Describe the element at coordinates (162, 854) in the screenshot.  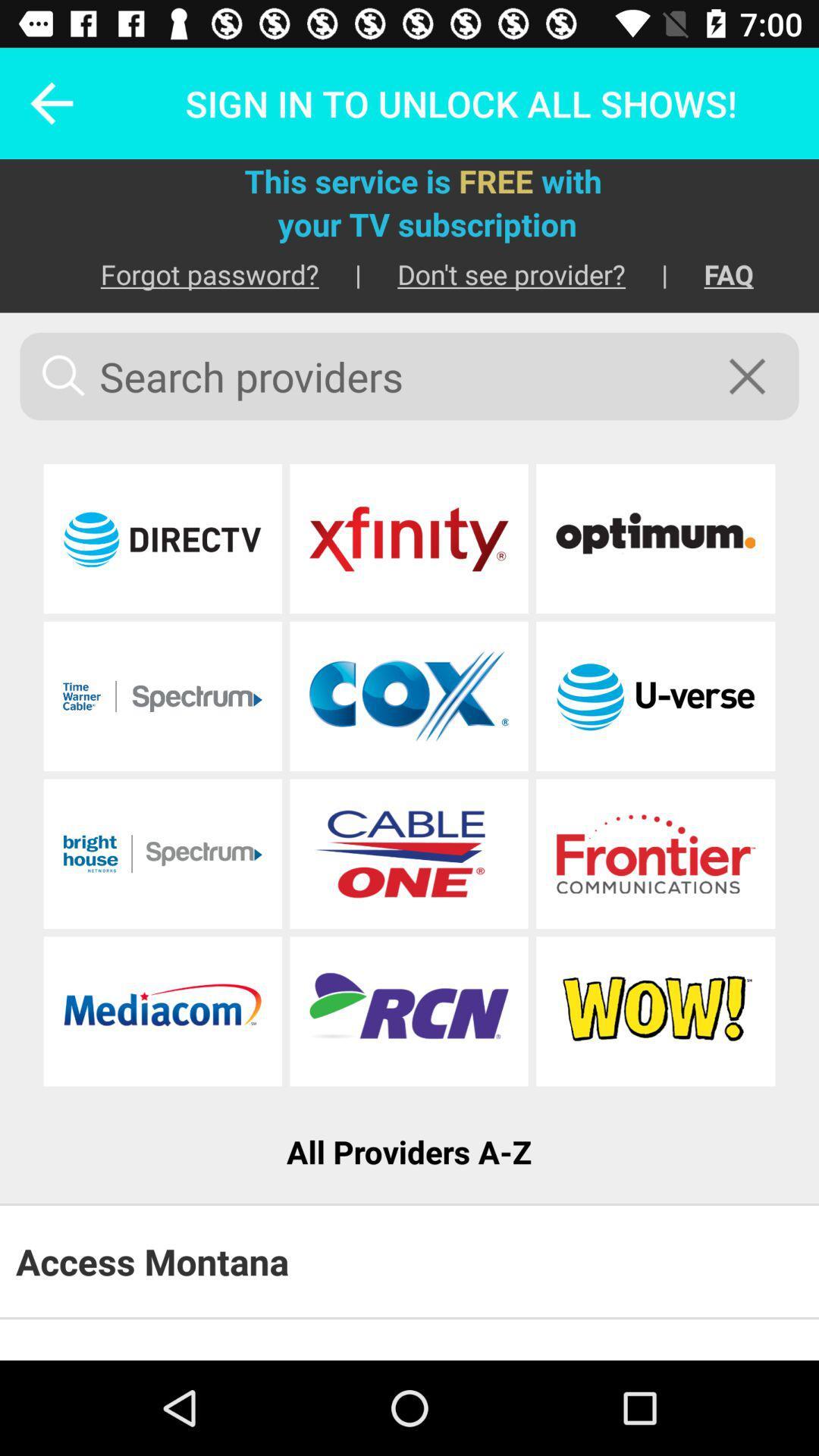
I see `bright house spectrum` at that location.